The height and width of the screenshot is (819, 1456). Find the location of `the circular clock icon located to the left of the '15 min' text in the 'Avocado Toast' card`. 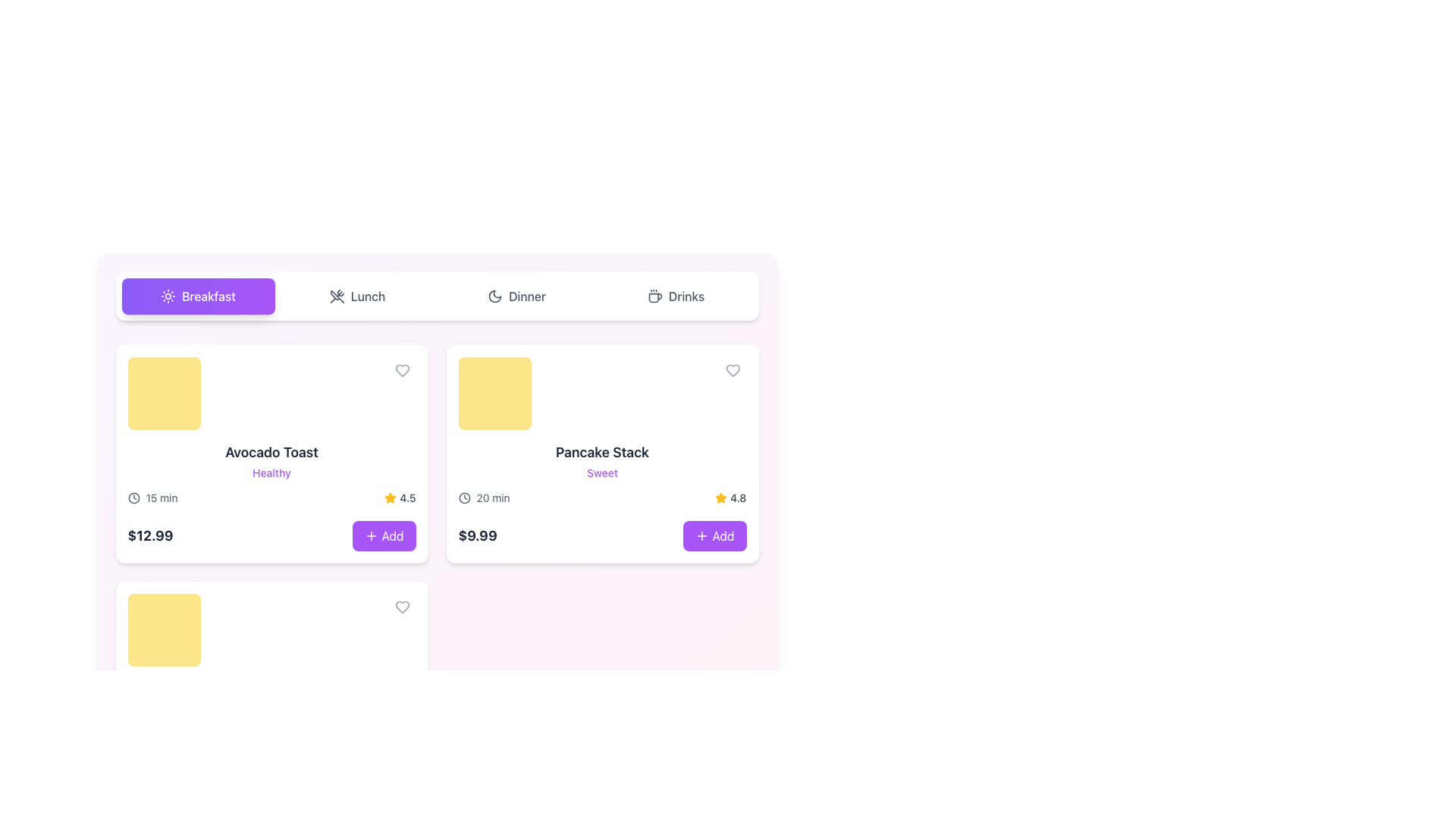

the circular clock icon located to the left of the '15 min' text in the 'Avocado Toast' card is located at coordinates (133, 497).